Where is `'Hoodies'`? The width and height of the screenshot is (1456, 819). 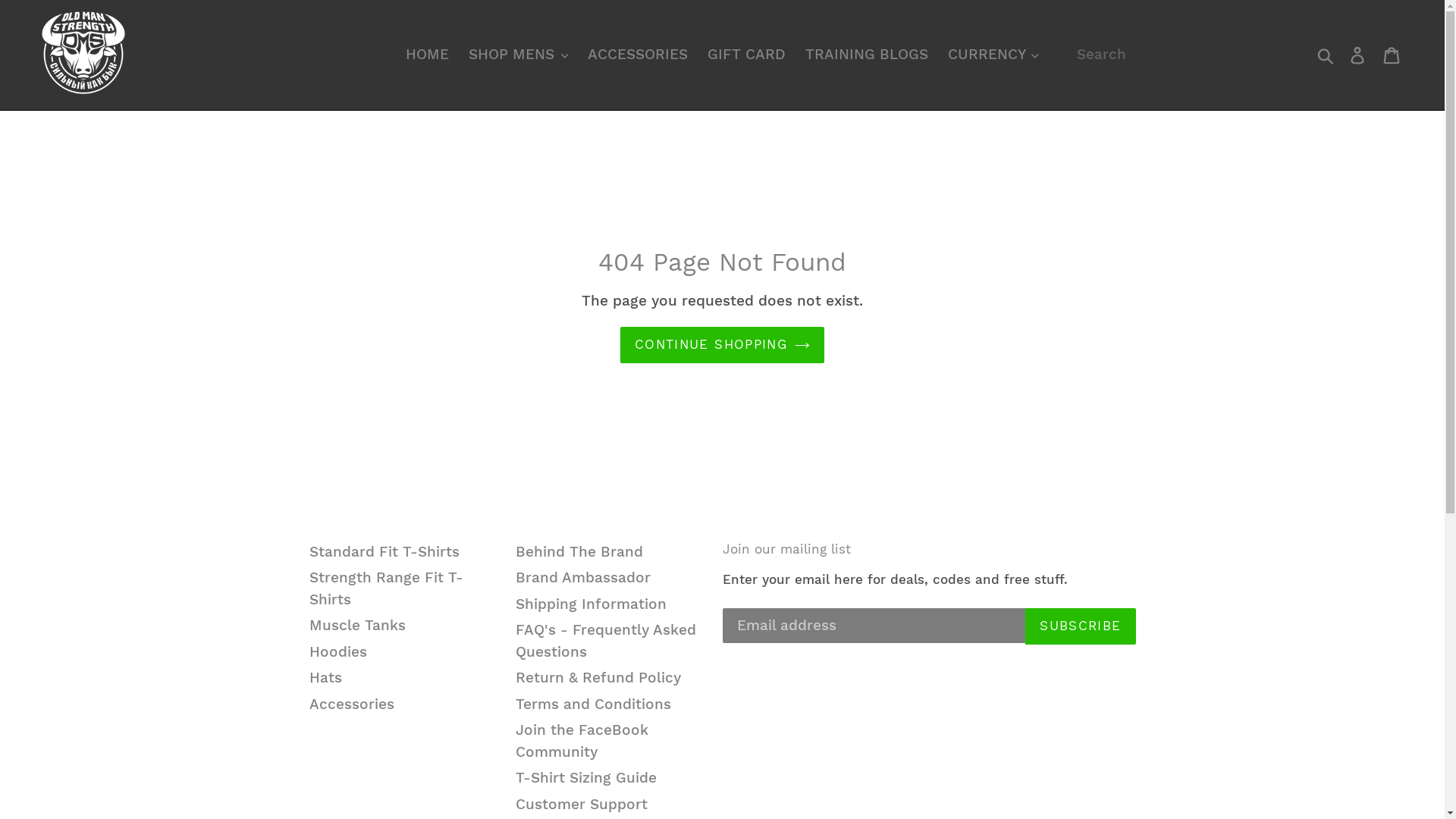
'Hoodies' is located at coordinates (337, 651).